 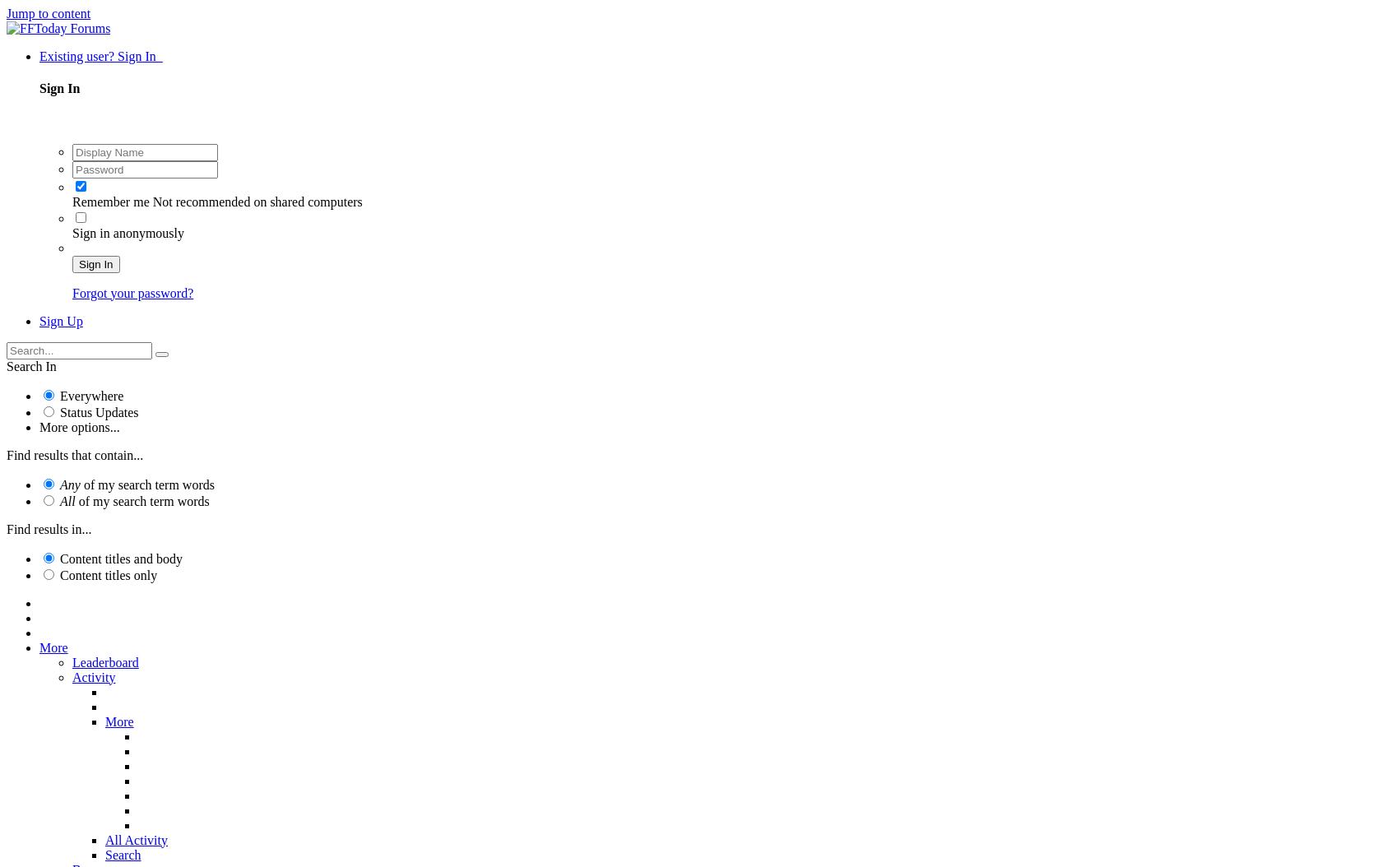 I want to click on 'Leaderboard', so click(x=104, y=661).